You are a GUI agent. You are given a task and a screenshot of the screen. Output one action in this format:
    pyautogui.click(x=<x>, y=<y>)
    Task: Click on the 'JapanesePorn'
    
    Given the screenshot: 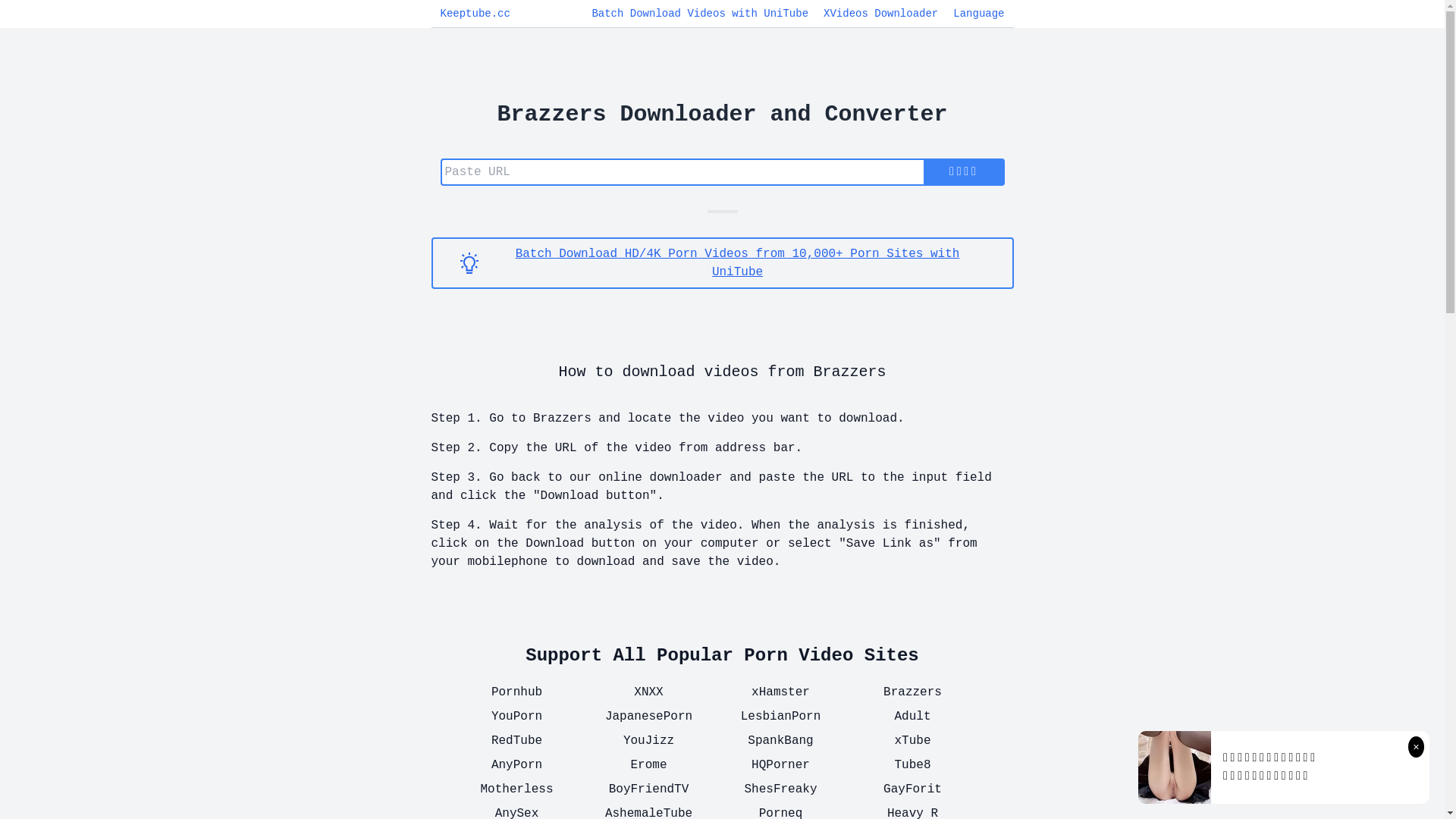 What is the action you would take?
    pyautogui.click(x=648, y=717)
    